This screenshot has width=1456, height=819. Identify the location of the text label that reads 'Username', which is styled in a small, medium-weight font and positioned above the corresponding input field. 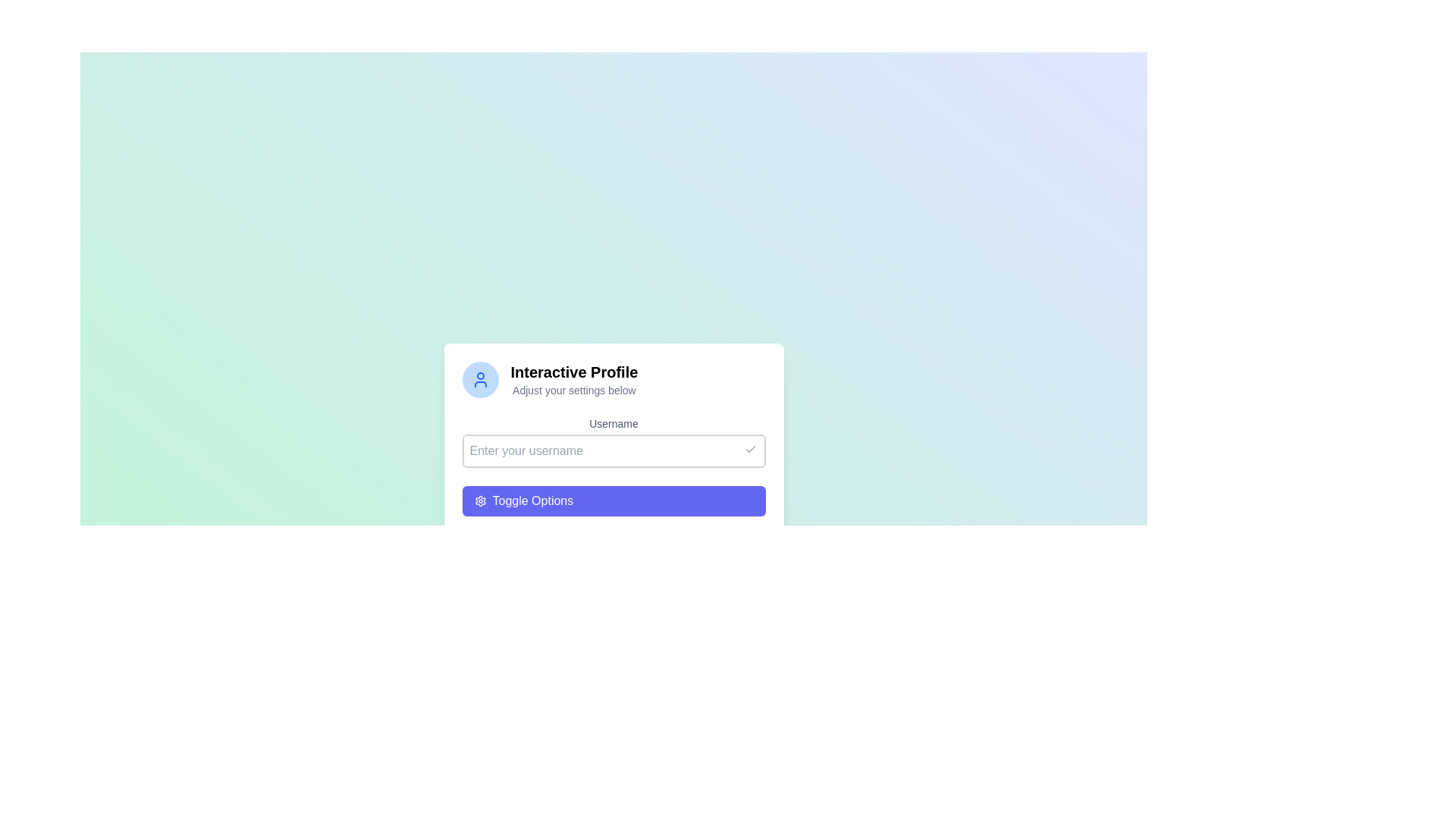
(613, 424).